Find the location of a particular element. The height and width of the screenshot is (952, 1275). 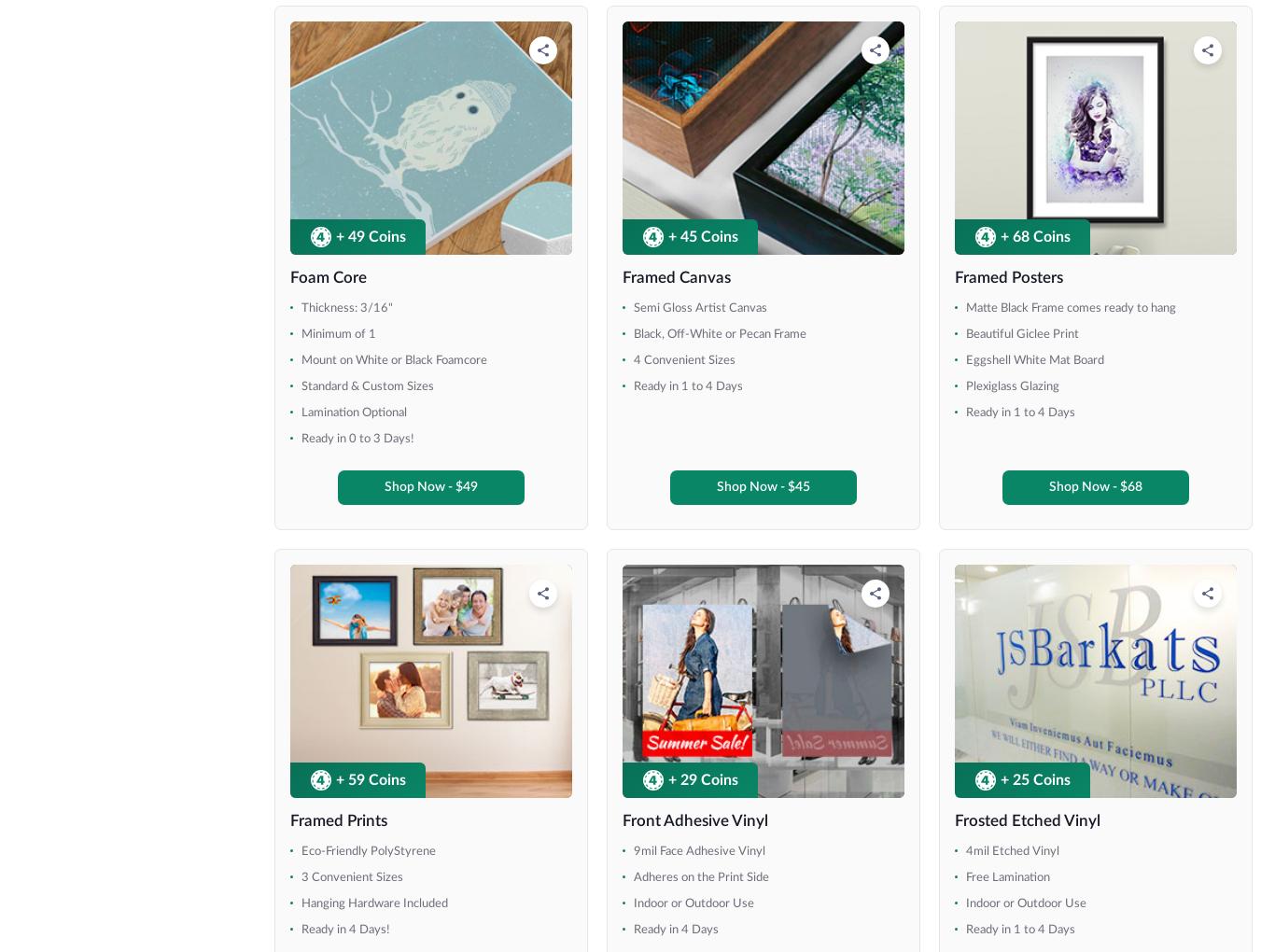

'Custom Size' is located at coordinates (85, 485).